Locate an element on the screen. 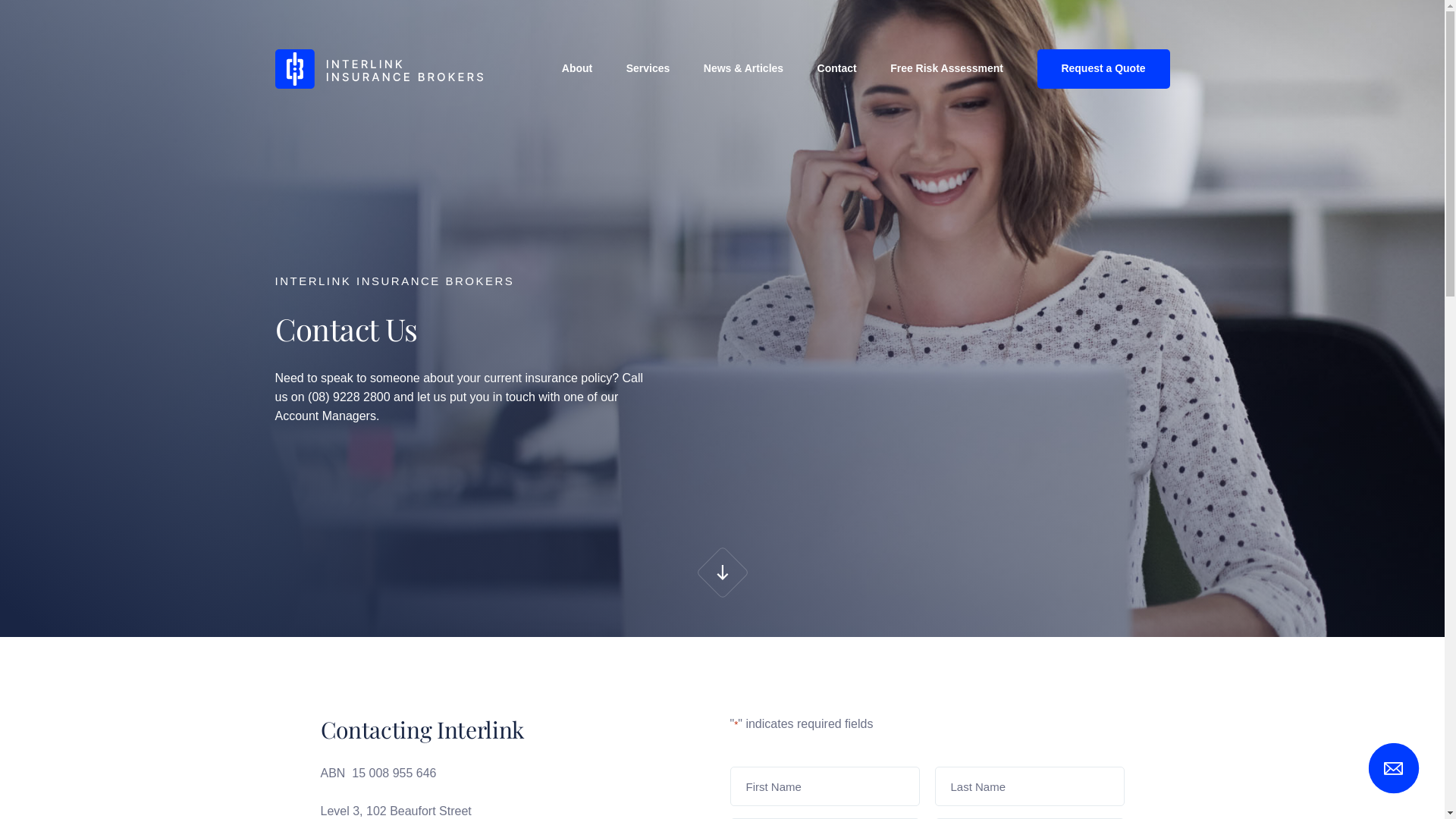 This screenshot has width=1456, height=819. 'Contact' is located at coordinates (836, 67).